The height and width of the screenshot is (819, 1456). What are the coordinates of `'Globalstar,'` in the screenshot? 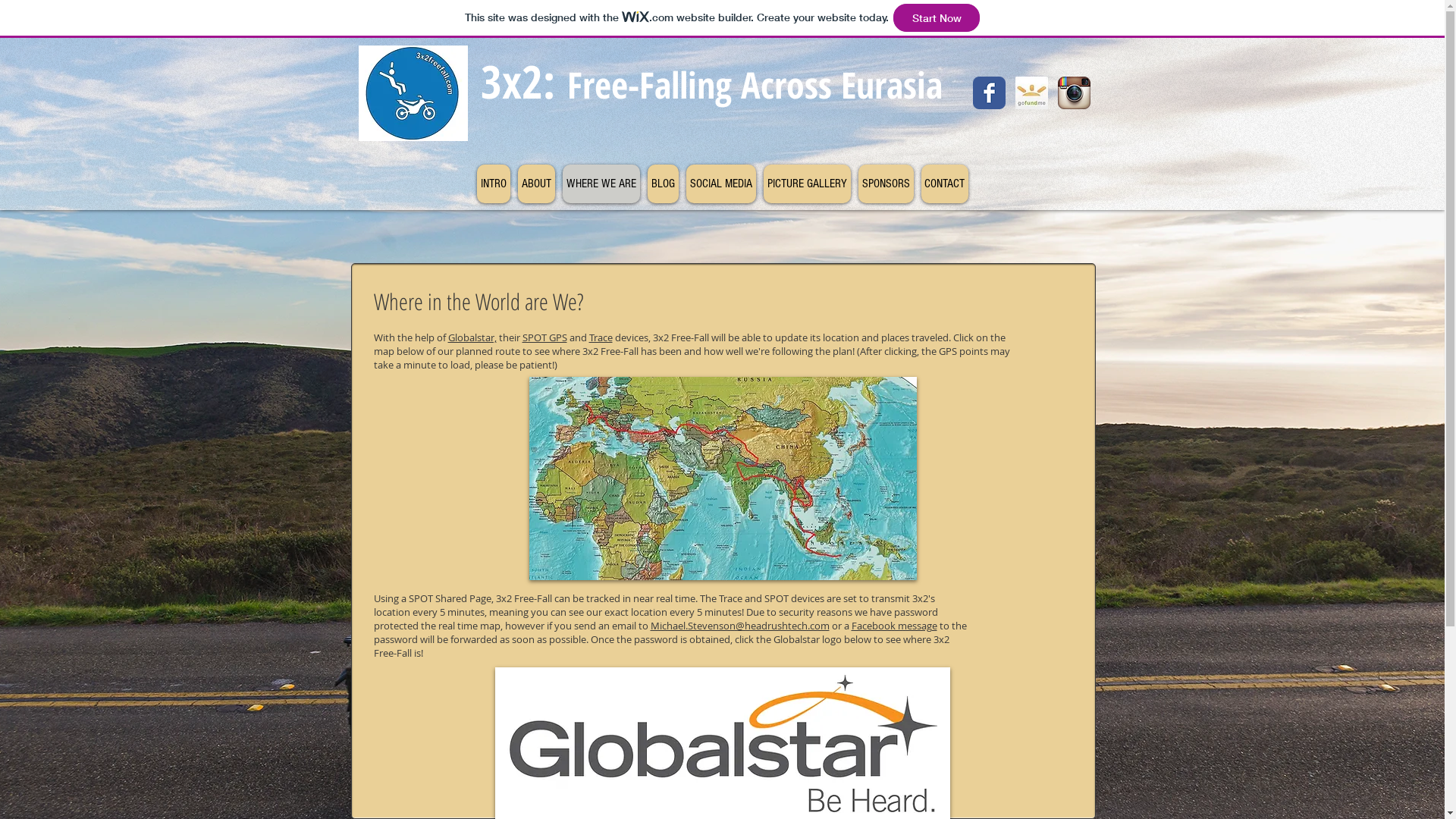 It's located at (471, 336).